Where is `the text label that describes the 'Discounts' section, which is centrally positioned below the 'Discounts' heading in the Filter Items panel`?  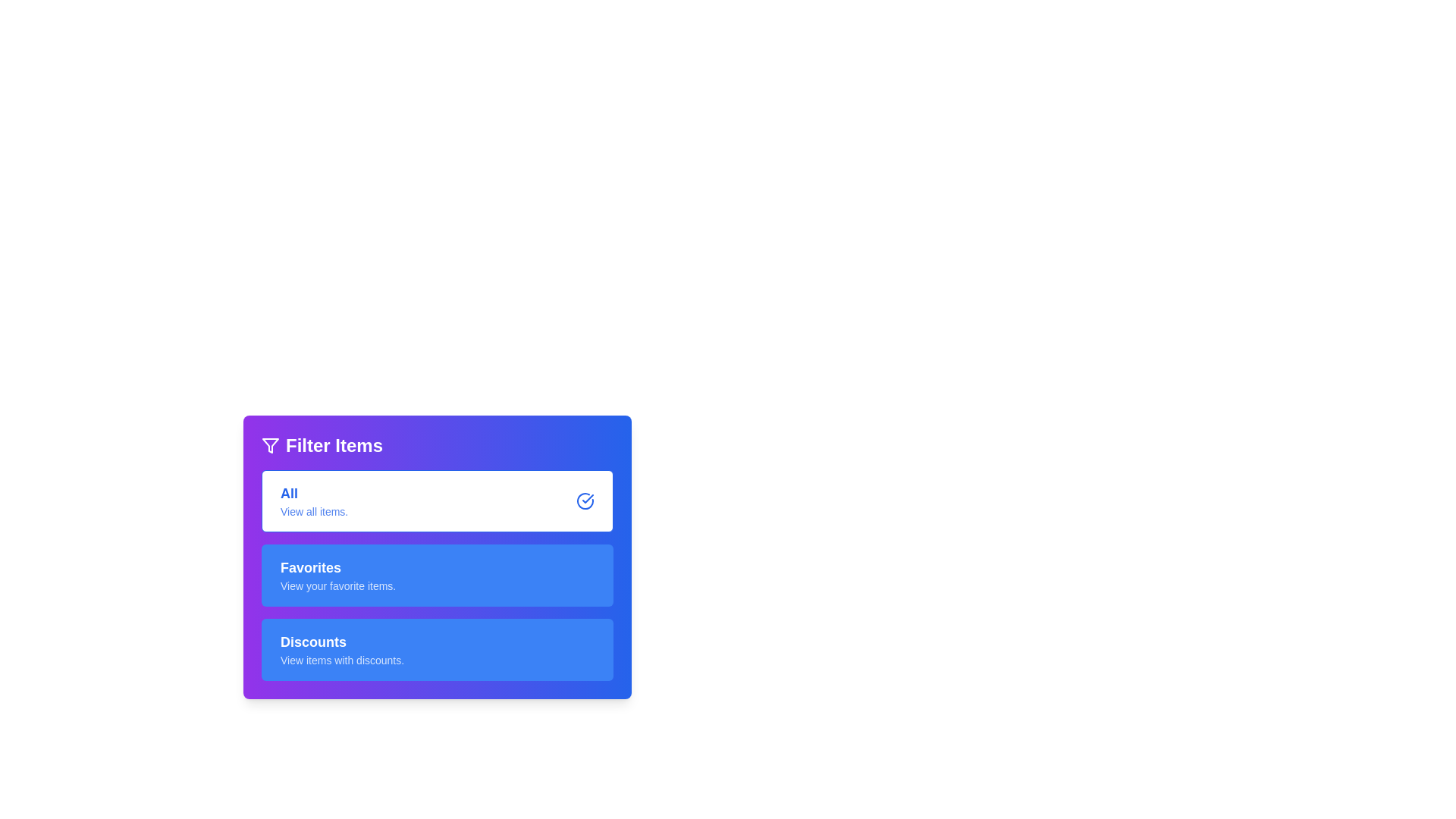 the text label that describes the 'Discounts' section, which is centrally positioned below the 'Discounts' heading in the Filter Items panel is located at coordinates (341, 660).